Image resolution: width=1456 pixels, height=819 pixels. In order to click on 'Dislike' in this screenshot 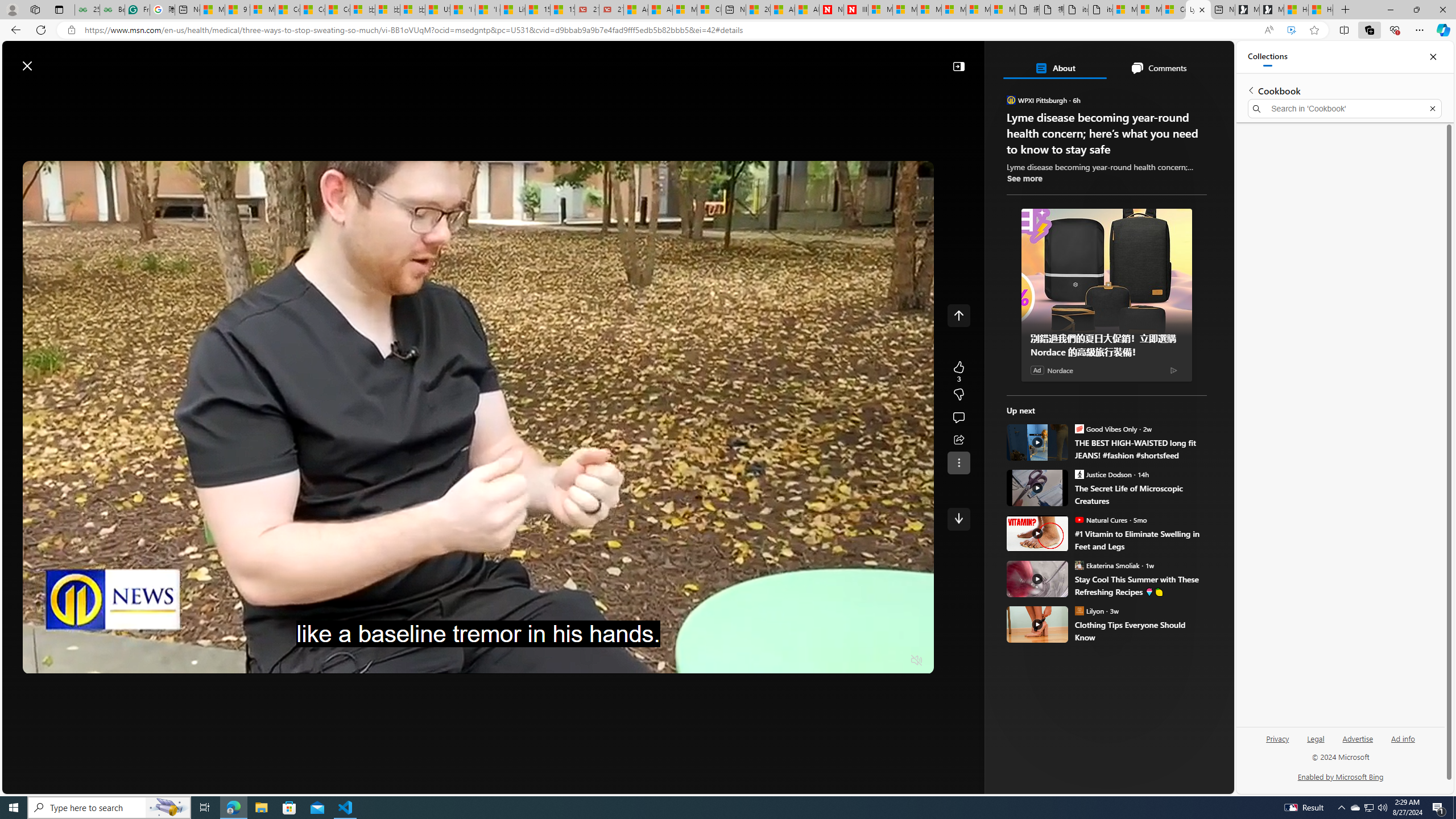, I will do `click(958, 394)`.